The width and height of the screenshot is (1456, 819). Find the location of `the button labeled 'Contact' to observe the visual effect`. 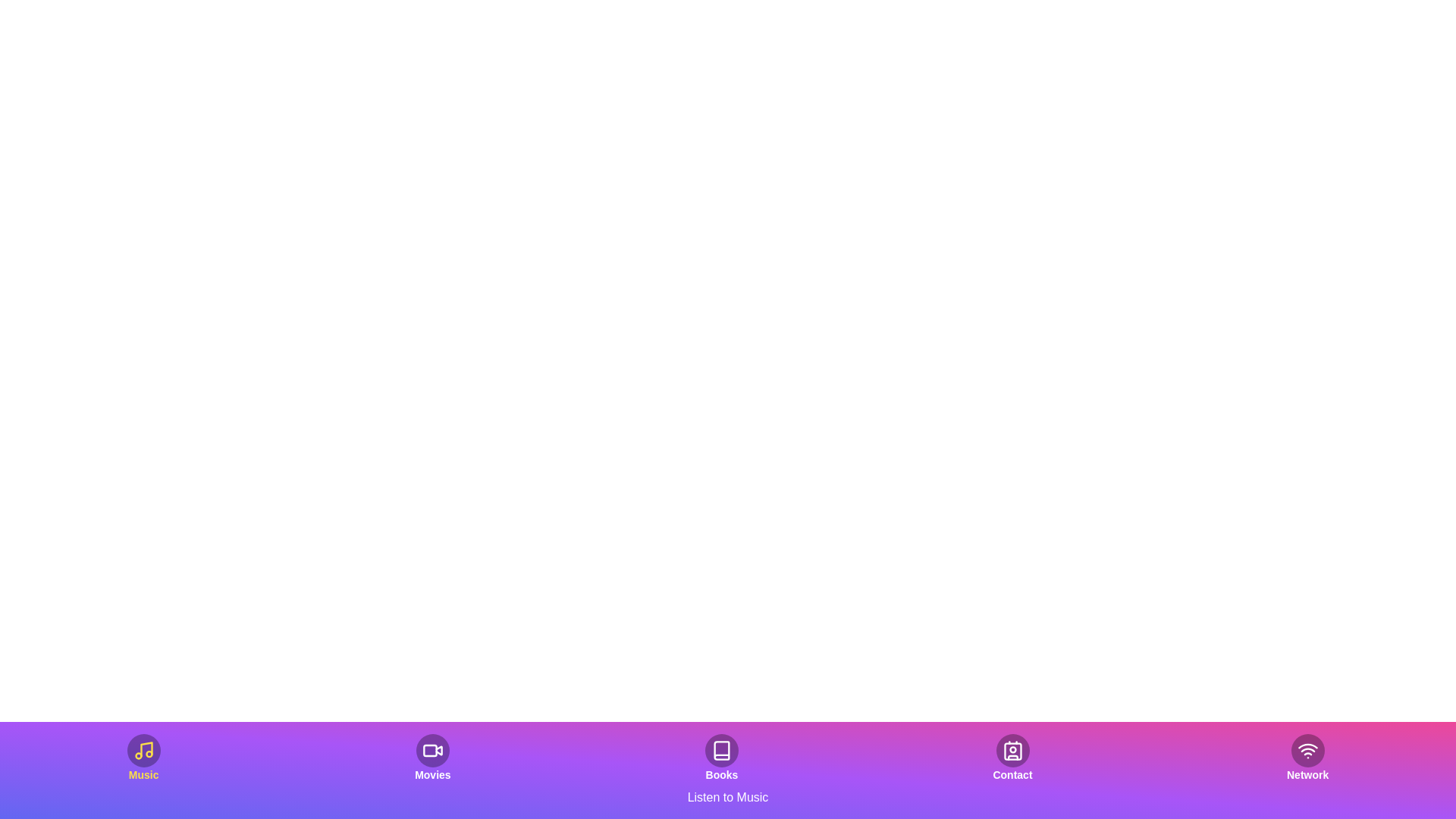

the button labeled 'Contact' to observe the visual effect is located at coordinates (1012, 758).